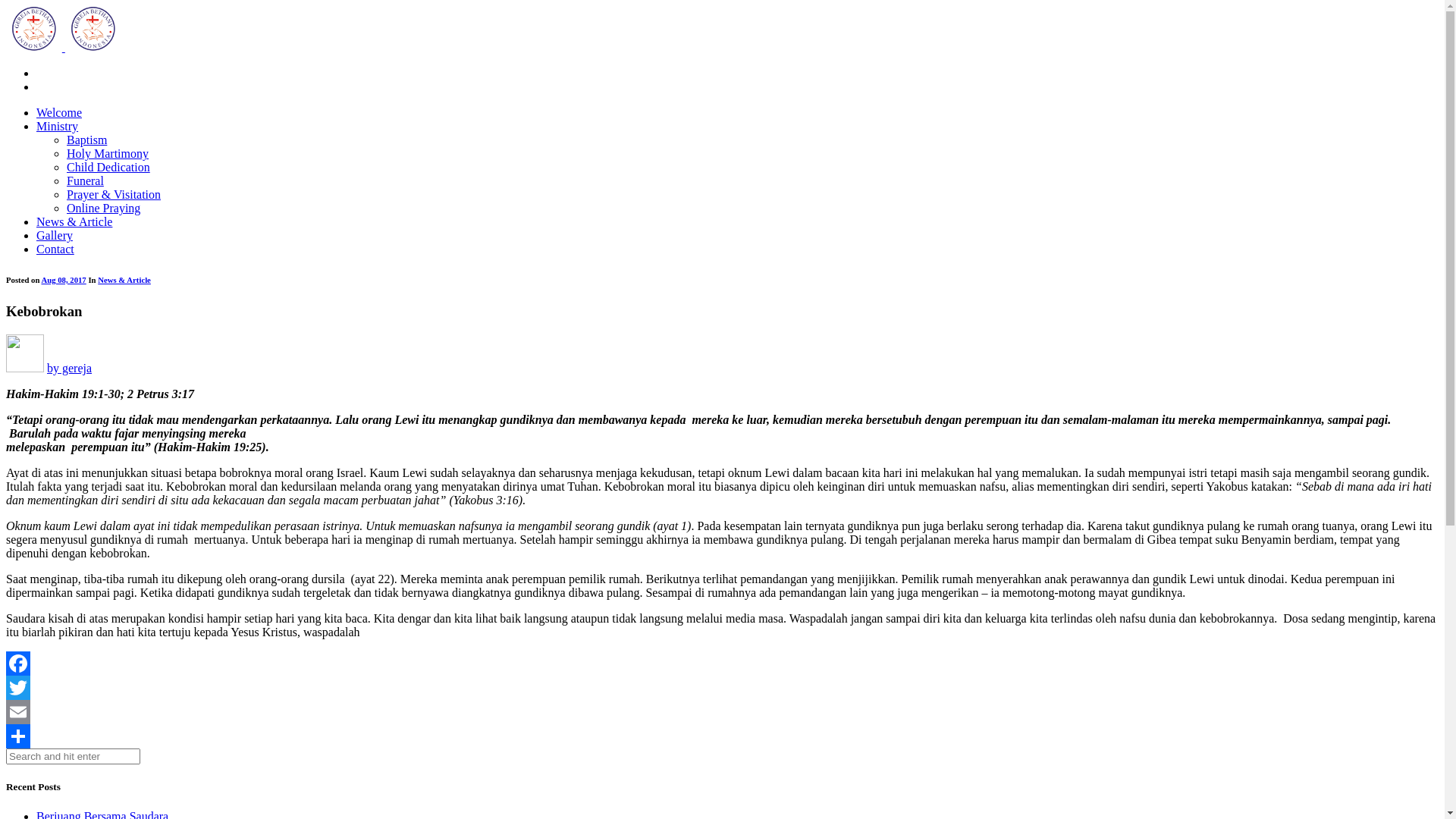  Describe the element at coordinates (57, 125) in the screenshot. I see `'Ministry'` at that location.